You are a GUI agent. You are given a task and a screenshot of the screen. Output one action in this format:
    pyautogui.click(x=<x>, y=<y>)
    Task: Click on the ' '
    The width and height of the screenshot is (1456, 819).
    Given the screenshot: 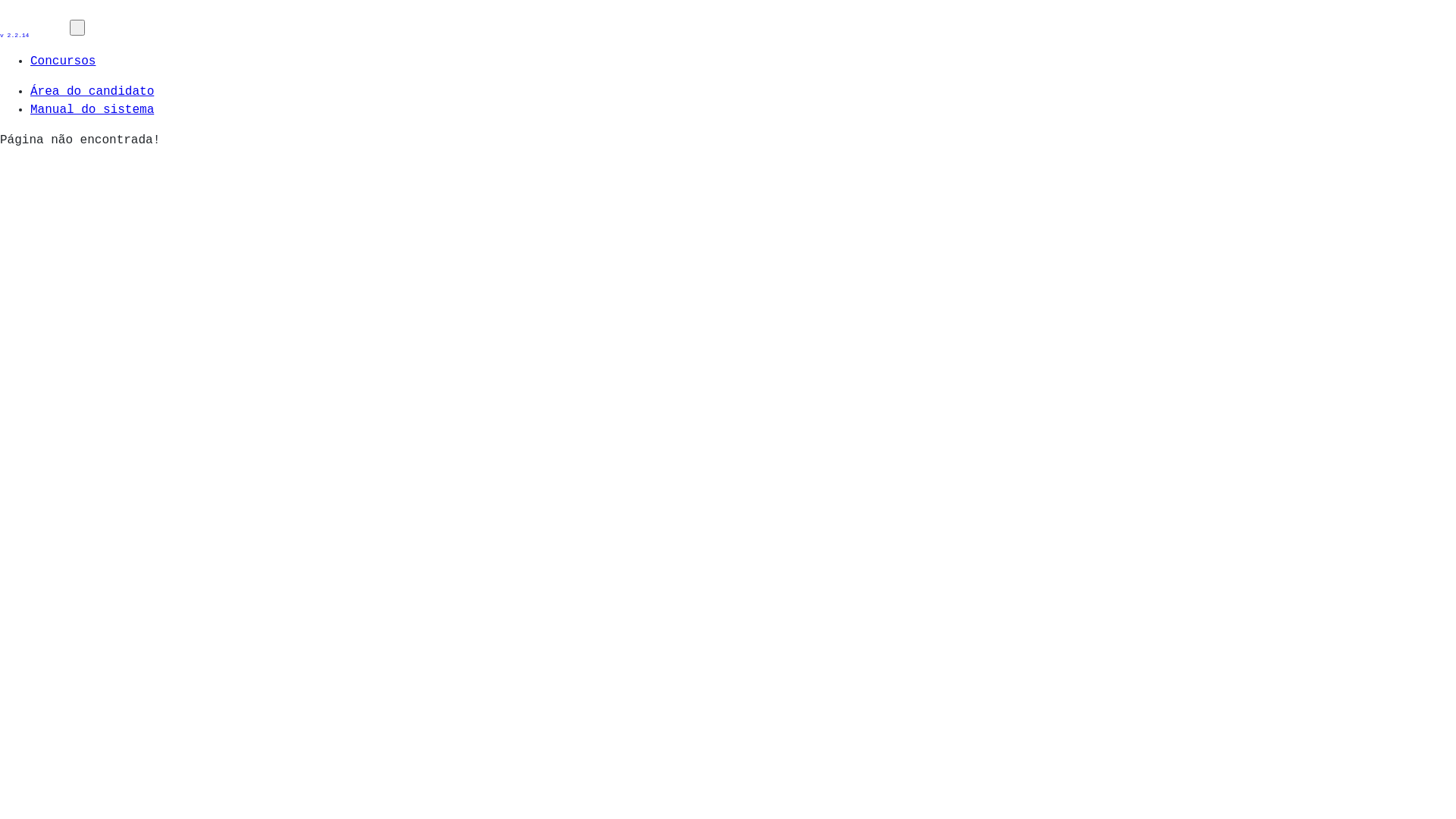 What is the action you would take?
    pyautogui.click(x=76, y=27)
    